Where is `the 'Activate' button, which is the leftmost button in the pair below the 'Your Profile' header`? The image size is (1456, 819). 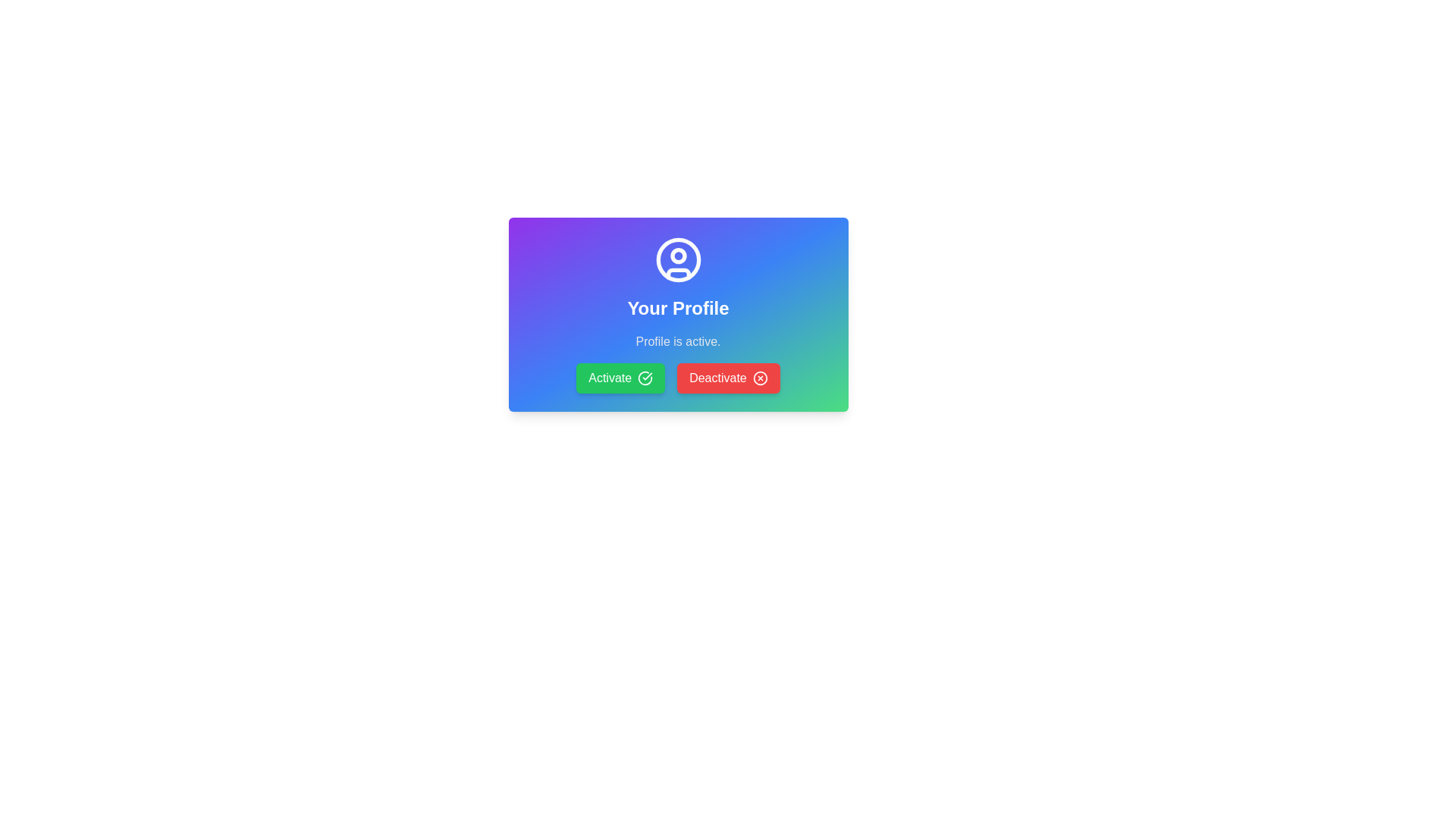 the 'Activate' button, which is the leftmost button in the pair below the 'Your Profile' header is located at coordinates (620, 377).